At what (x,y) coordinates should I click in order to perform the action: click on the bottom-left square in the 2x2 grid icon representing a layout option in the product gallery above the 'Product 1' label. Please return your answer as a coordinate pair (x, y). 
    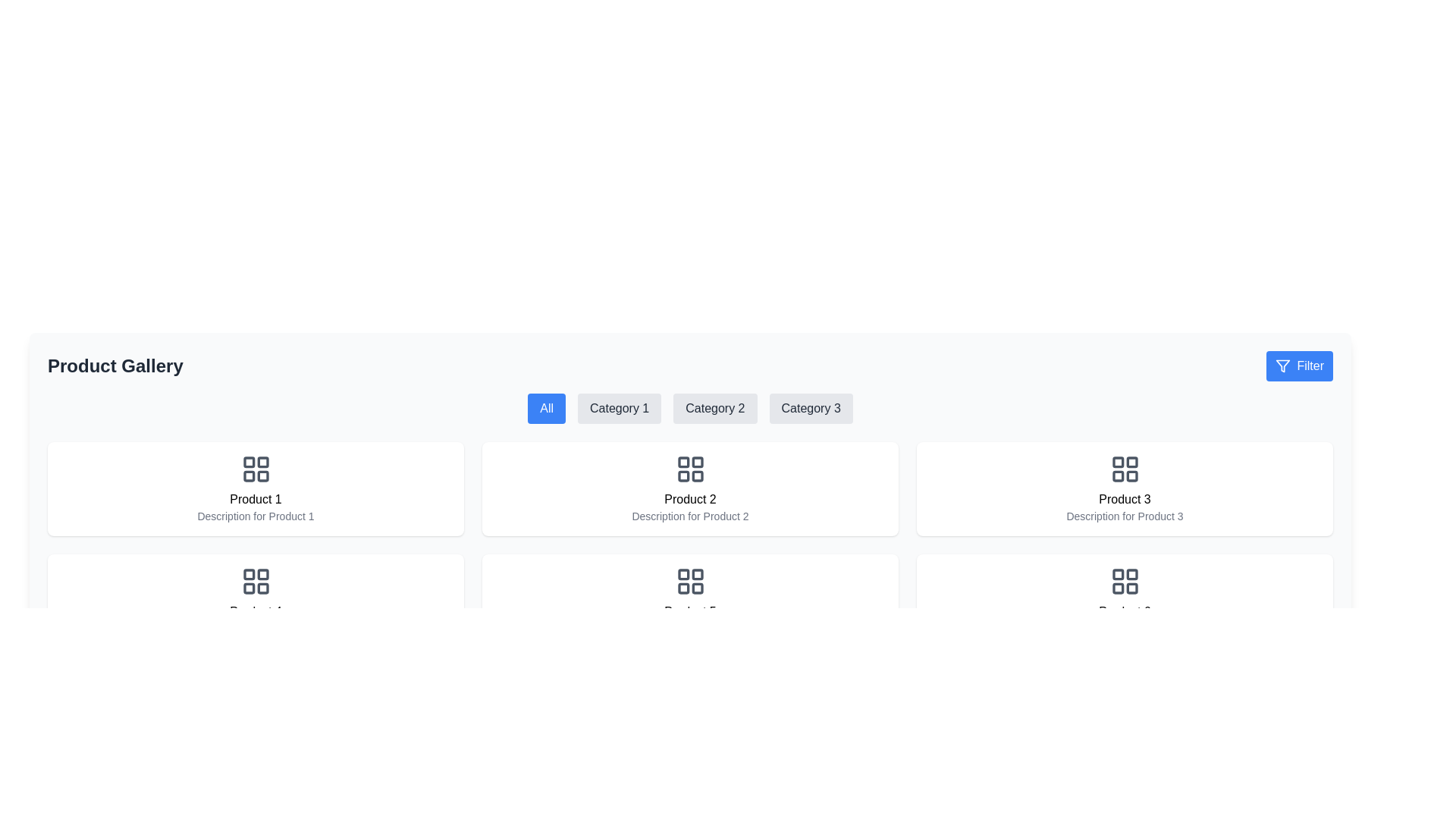
    Looking at the image, I should click on (249, 475).